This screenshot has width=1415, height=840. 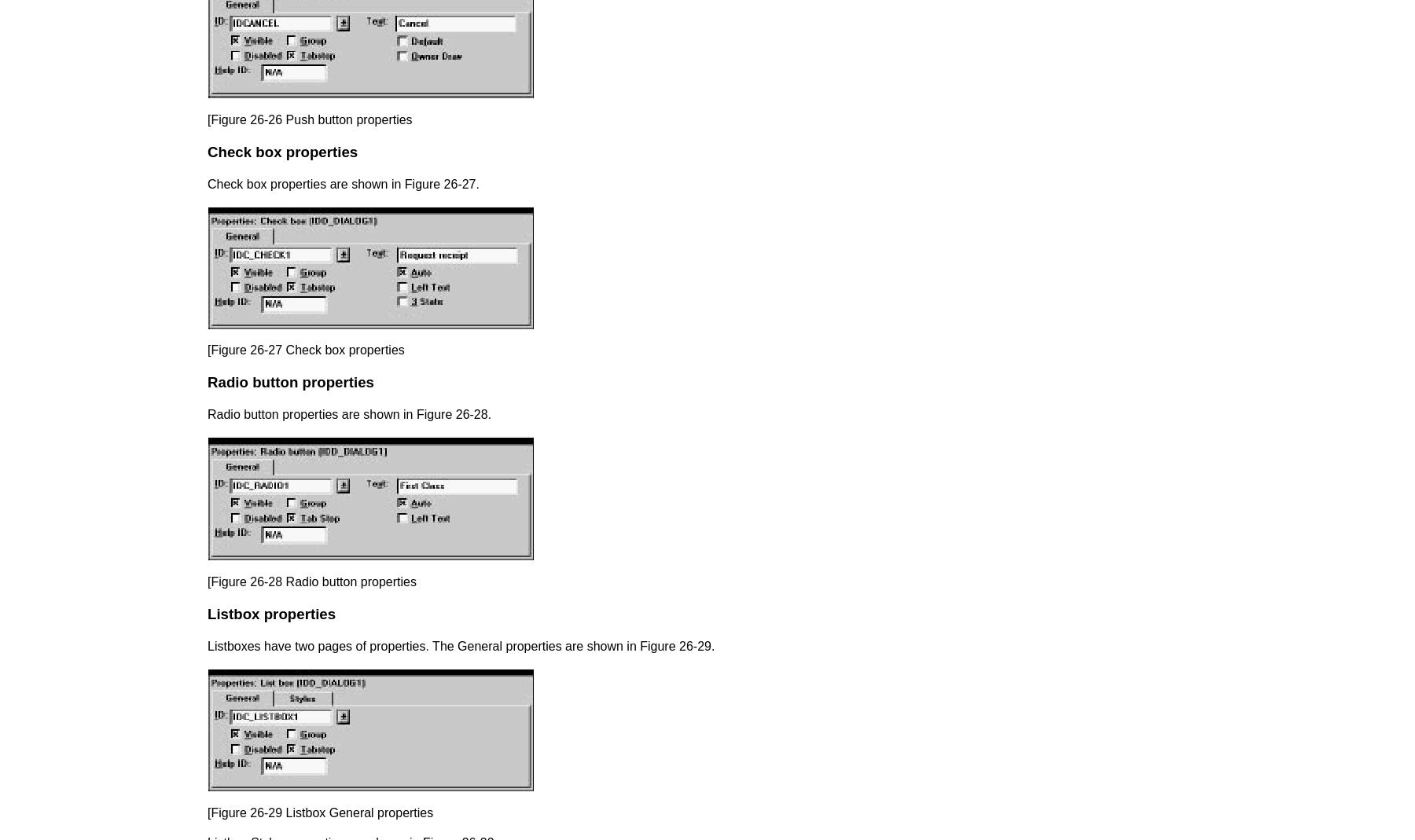 What do you see at coordinates (320, 812) in the screenshot?
I see `'[Figure 26-29 Listbox General properties'` at bounding box center [320, 812].